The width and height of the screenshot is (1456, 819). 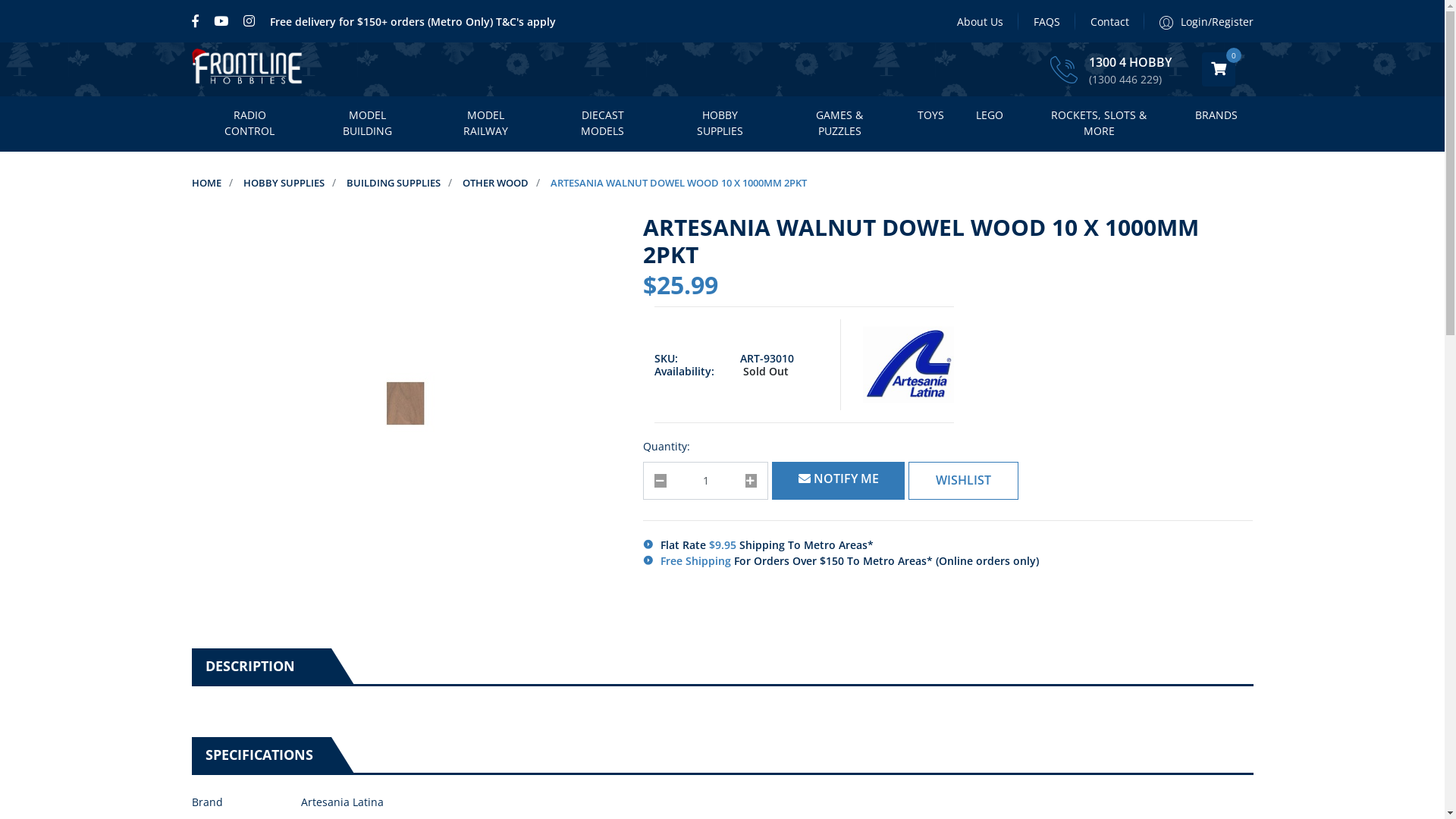 What do you see at coordinates (601, 123) in the screenshot?
I see `'DIECAST MODELS'` at bounding box center [601, 123].